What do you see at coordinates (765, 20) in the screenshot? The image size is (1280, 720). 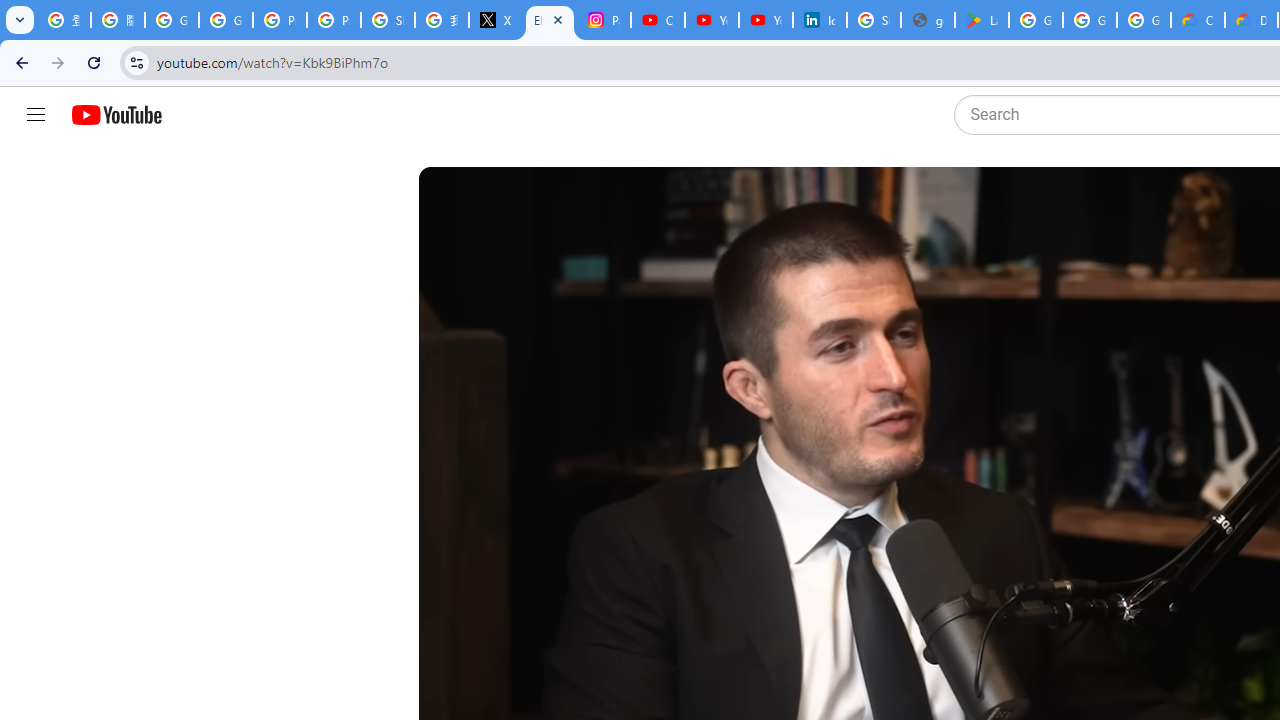 I see `'YouTube Culture & Trends - YouTube Top 10, 2021'` at bounding box center [765, 20].